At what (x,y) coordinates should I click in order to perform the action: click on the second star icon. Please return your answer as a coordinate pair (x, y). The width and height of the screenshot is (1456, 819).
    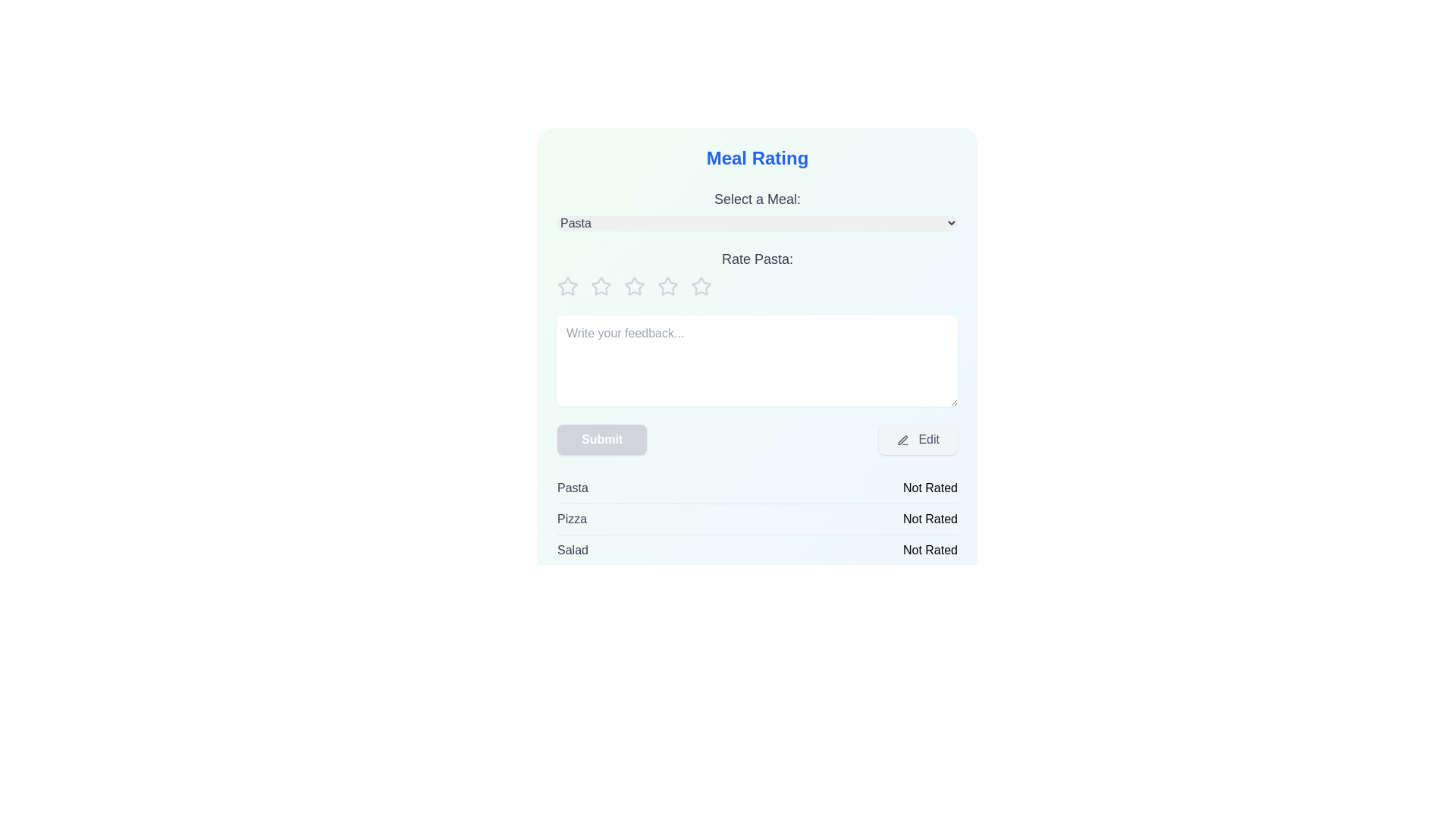
    Looking at the image, I should click on (634, 286).